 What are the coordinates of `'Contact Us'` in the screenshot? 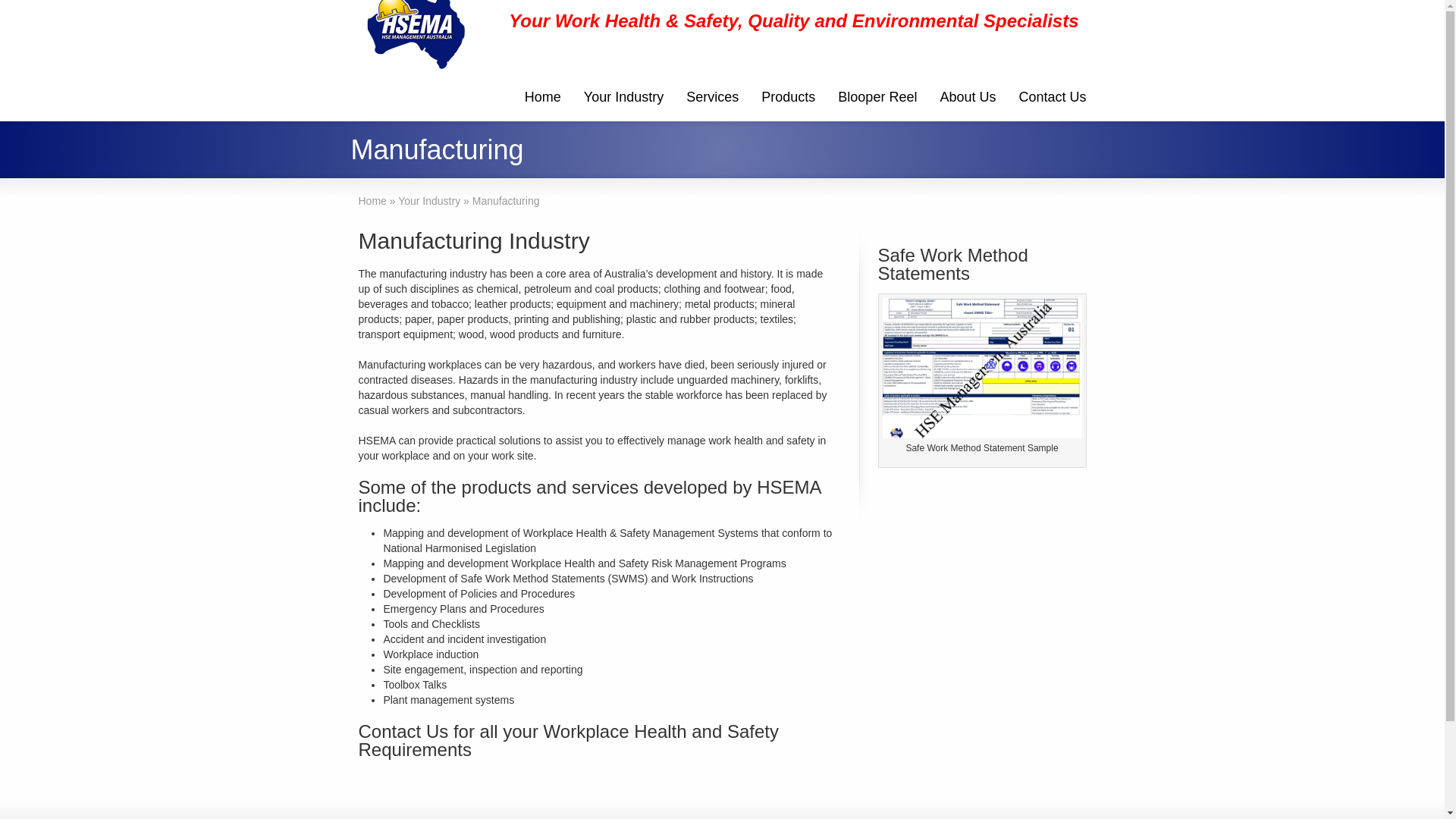 It's located at (403, 730).